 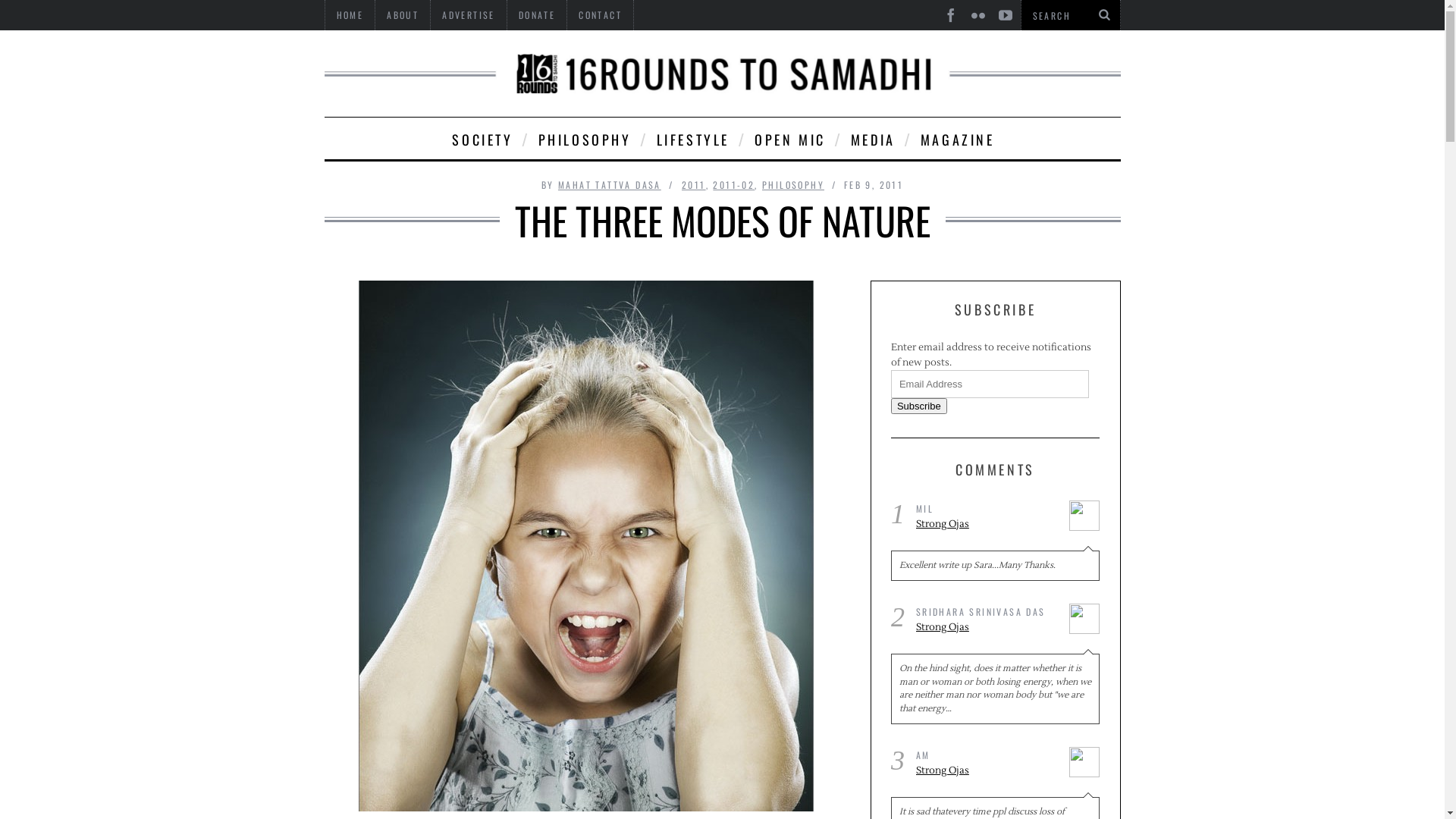 What do you see at coordinates (480, 138) in the screenshot?
I see `'SOCIETY'` at bounding box center [480, 138].